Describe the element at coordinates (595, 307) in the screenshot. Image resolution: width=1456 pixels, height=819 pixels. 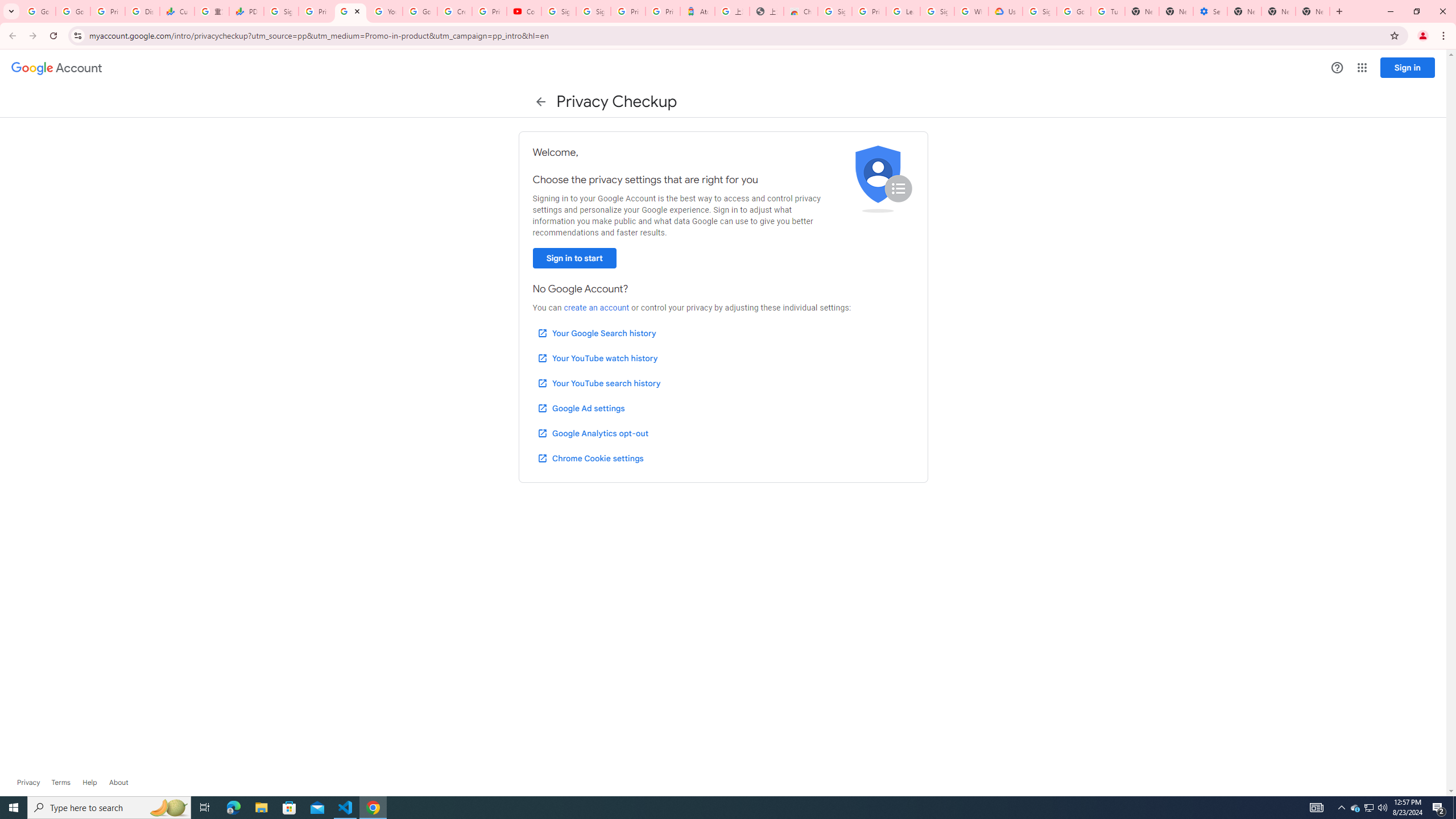
I see `'create an account'` at that location.